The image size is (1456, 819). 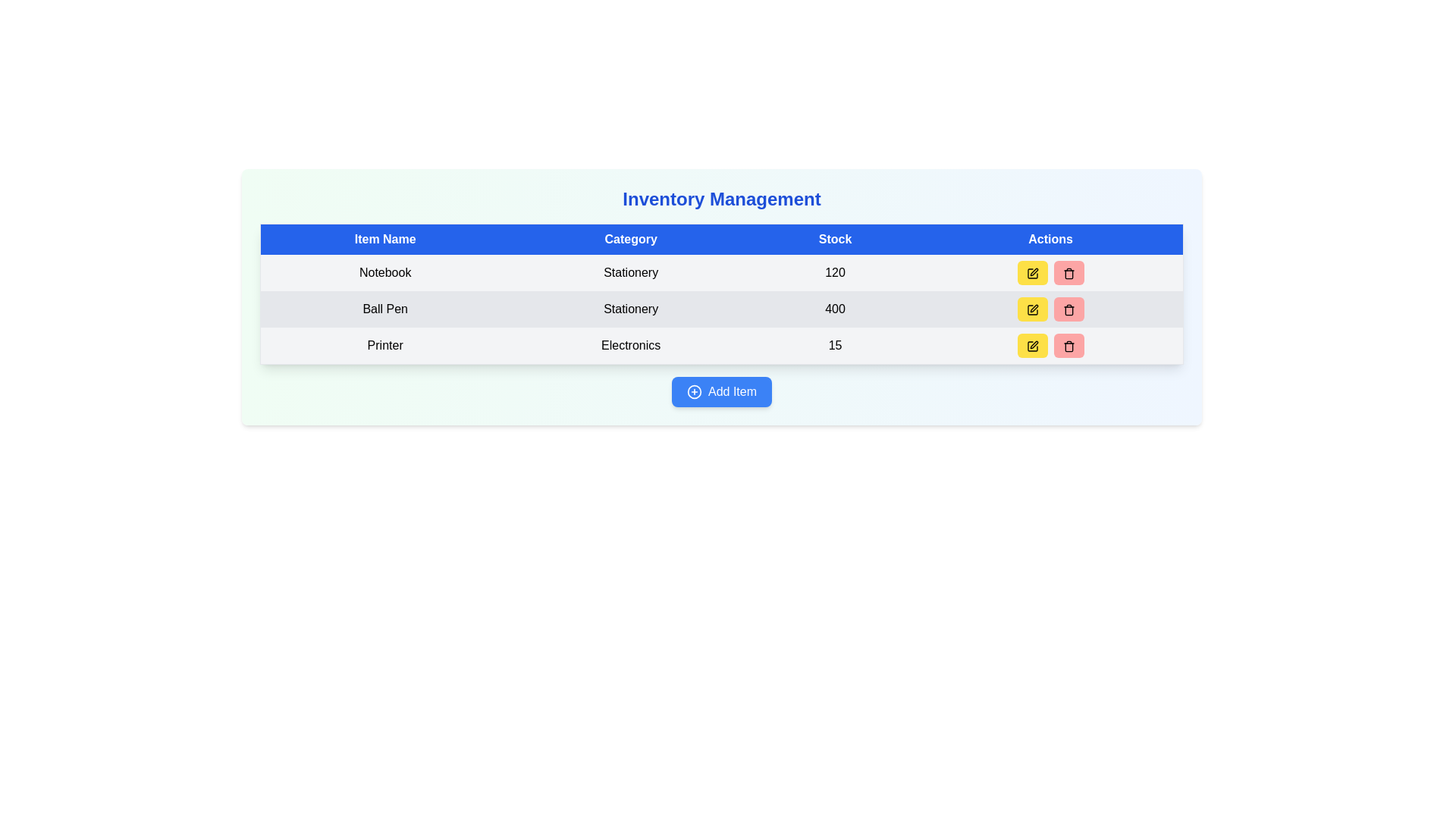 I want to click on the static text element representing the product name 'Ball Pen' in the inventory management table, located in the second row of the first column, so click(x=384, y=309).